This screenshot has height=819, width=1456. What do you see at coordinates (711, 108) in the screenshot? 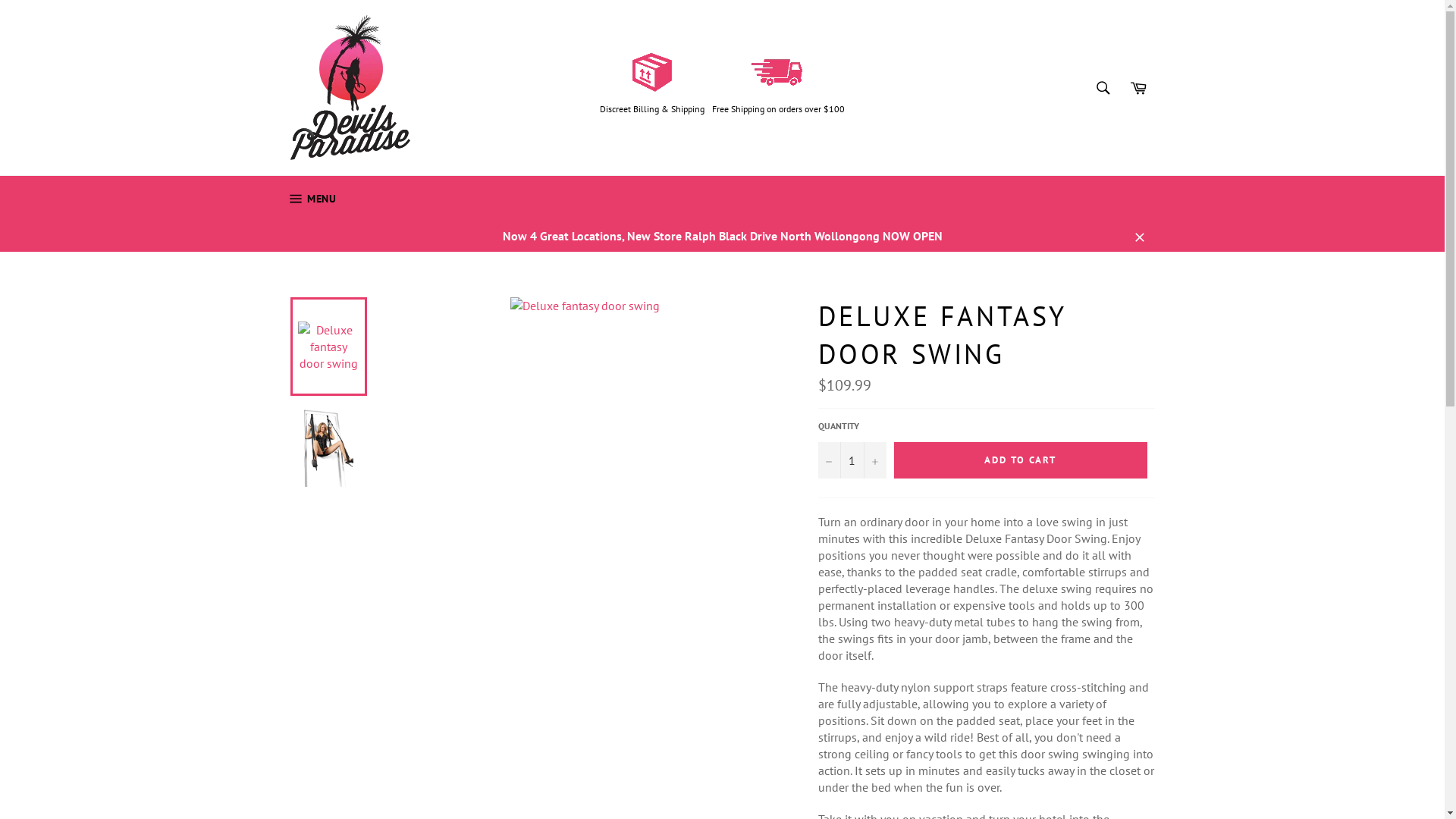
I see `'Free Shipping on orders over $100'` at bounding box center [711, 108].